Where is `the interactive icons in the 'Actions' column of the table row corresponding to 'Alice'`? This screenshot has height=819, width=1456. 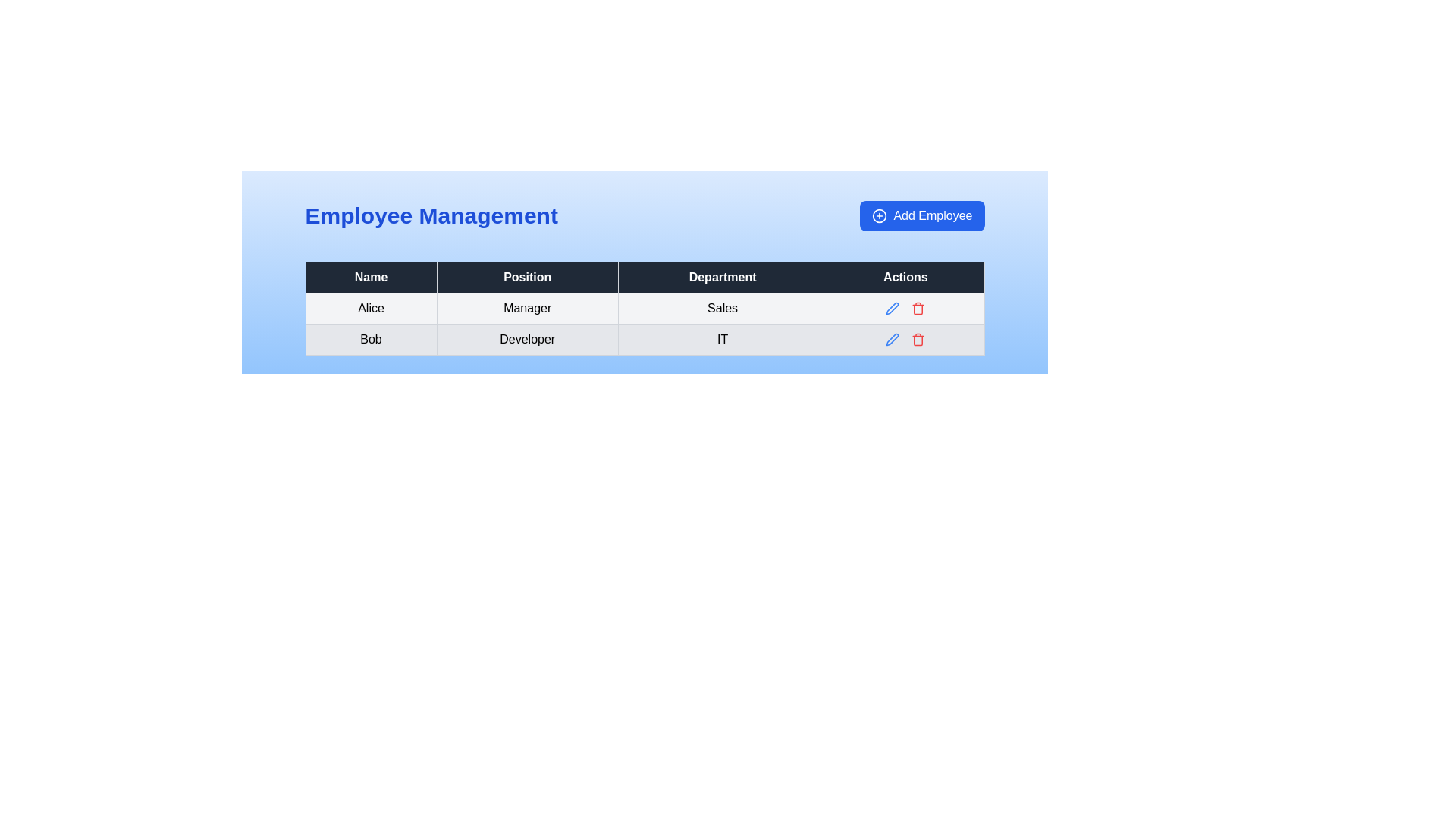
the interactive icons in the 'Actions' column of the table row corresponding to 'Alice' is located at coordinates (905, 308).